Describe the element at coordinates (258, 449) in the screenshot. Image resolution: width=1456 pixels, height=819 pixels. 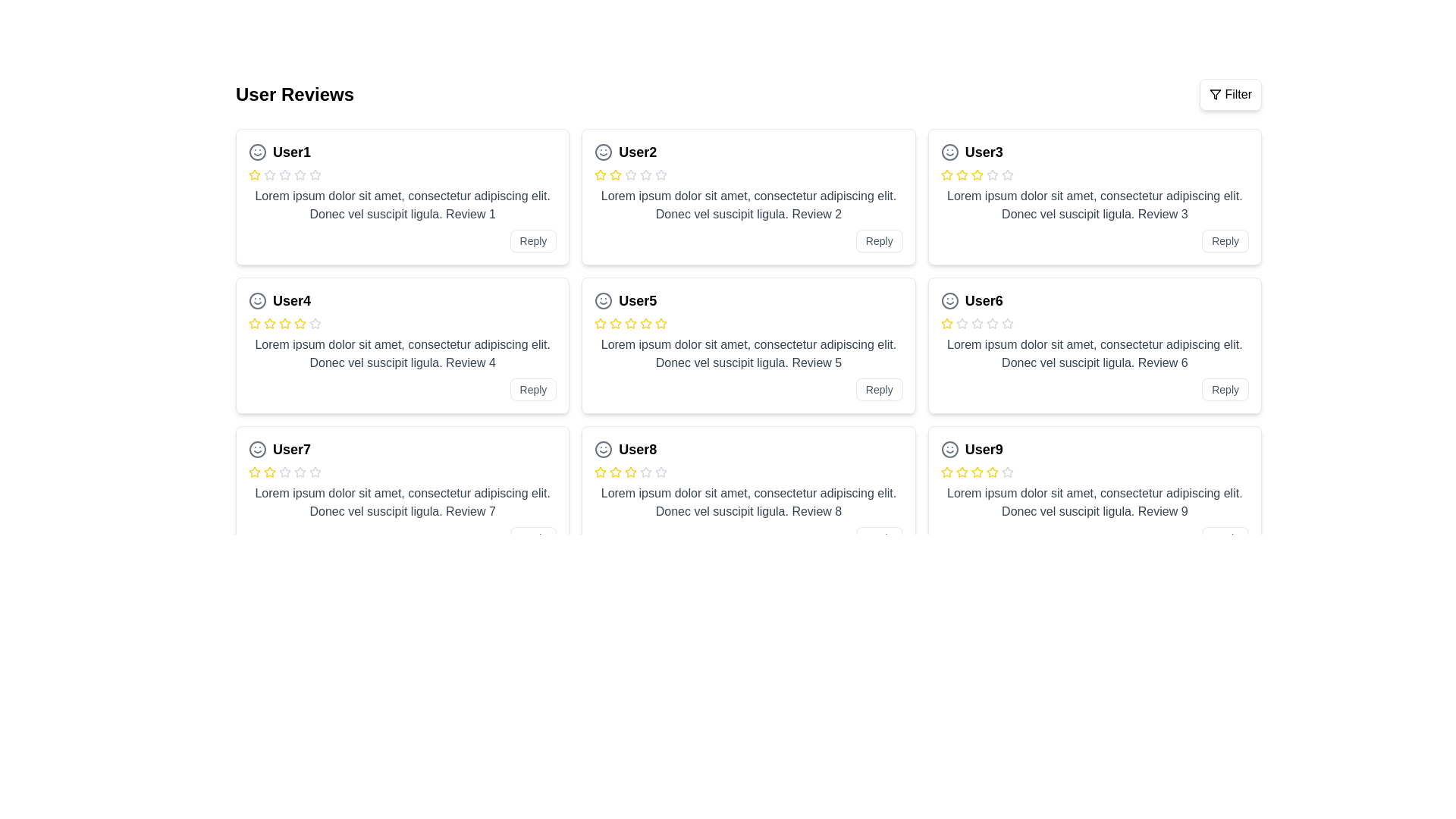
I see `the larger circle element within the smiling face illustration of the avatar icon for 'User7'` at that location.